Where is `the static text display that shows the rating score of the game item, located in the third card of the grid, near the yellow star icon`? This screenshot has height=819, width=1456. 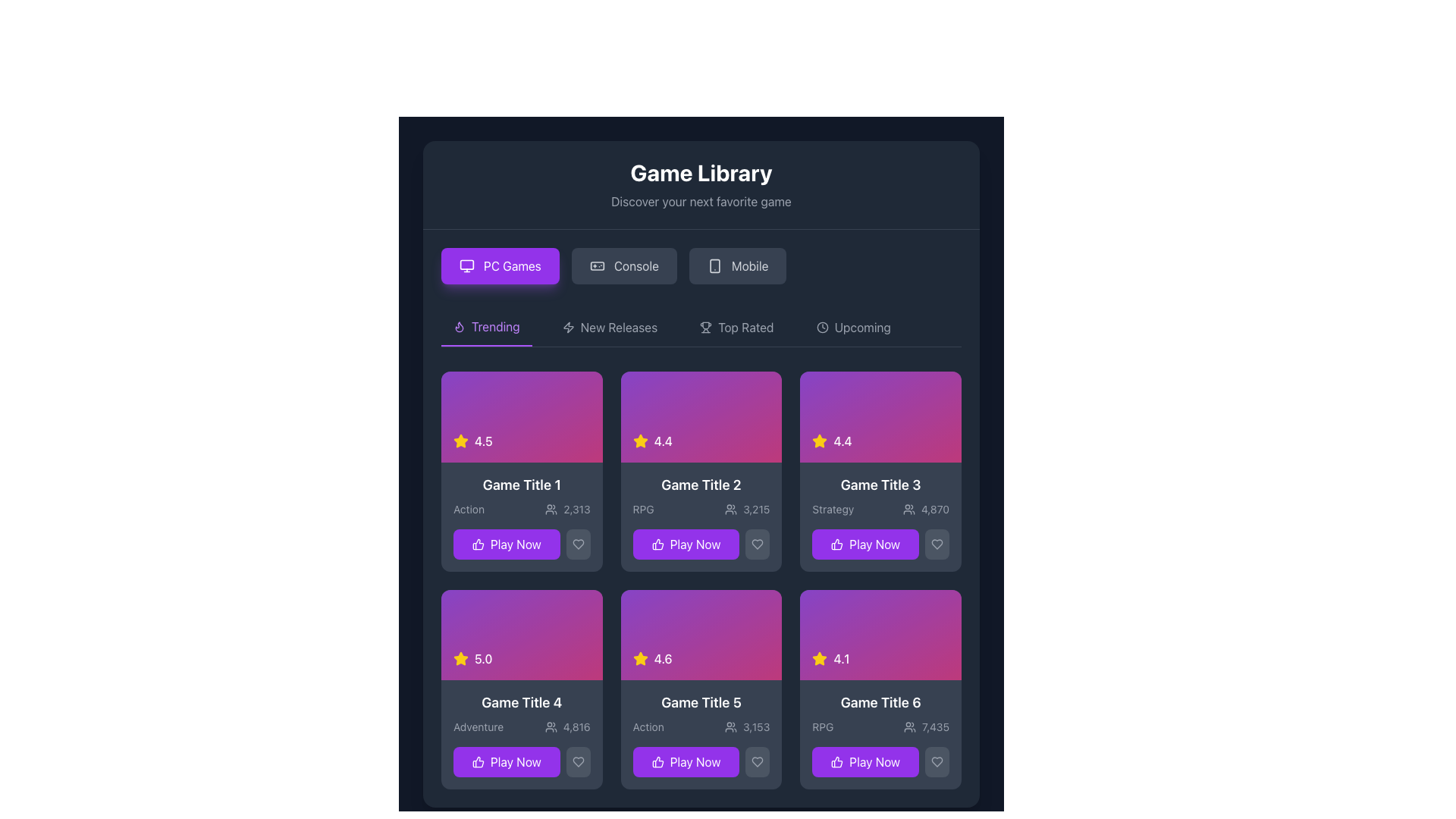
the static text display that shows the rating score of the game item, located in the third card of the grid, near the yellow star icon is located at coordinates (842, 441).